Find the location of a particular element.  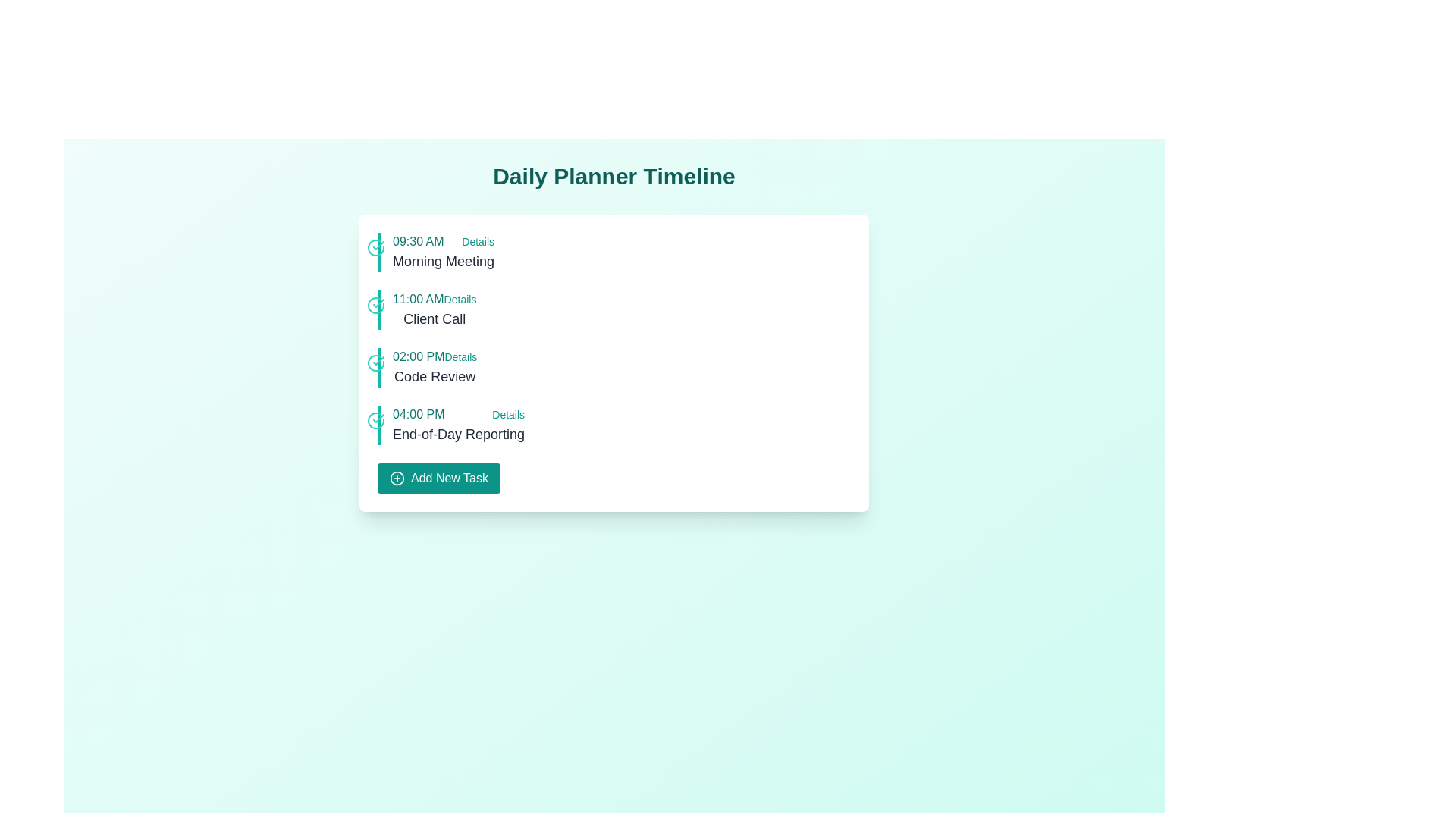

the 'Code Review' text label, which is styled in a large, bold font and dark gray color, located below the '02:00 PM' time in the Daily Planner Timeline interface is located at coordinates (434, 376).